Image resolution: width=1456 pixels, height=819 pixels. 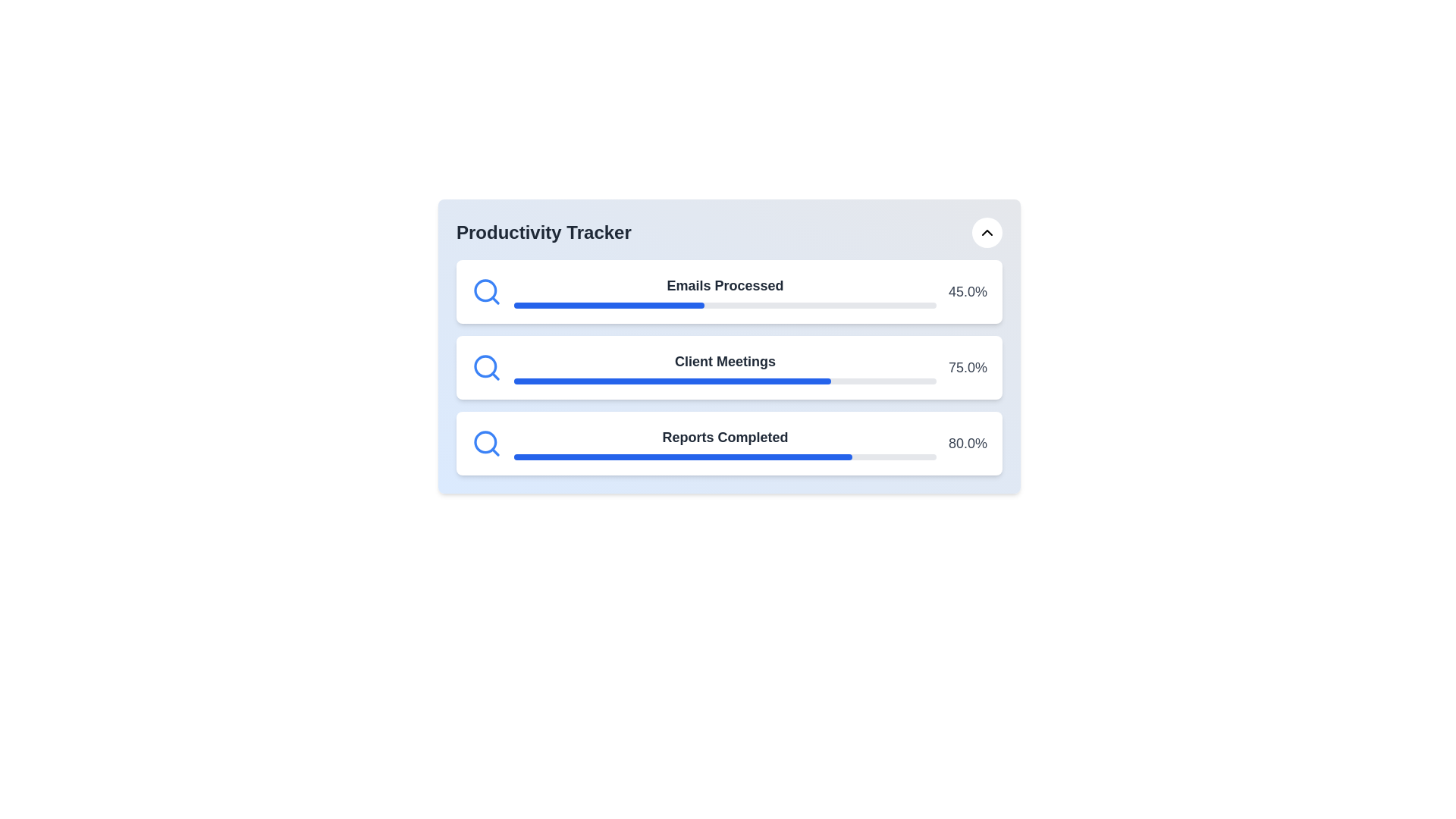 What do you see at coordinates (987, 233) in the screenshot?
I see `the button with an upward chevron symbol located on the right side of the 'Productivity Tracker' heading` at bounding box center [987, 233].